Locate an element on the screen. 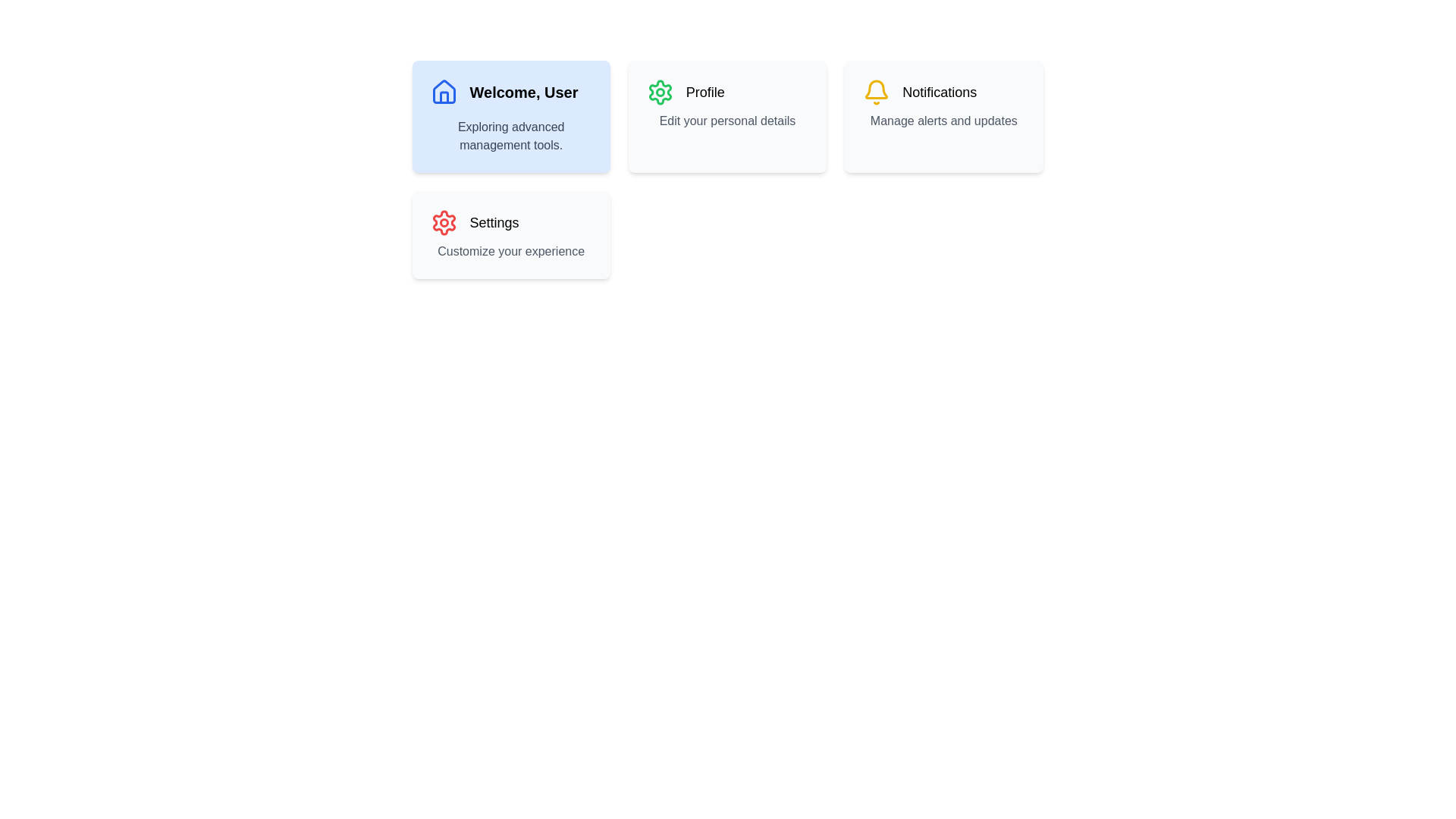  the Text Header with Icon that serves as a greeting and title for the card, positioned at the topmost component of the card in the leftmost column of the grid is located at coordinates (511, 93).